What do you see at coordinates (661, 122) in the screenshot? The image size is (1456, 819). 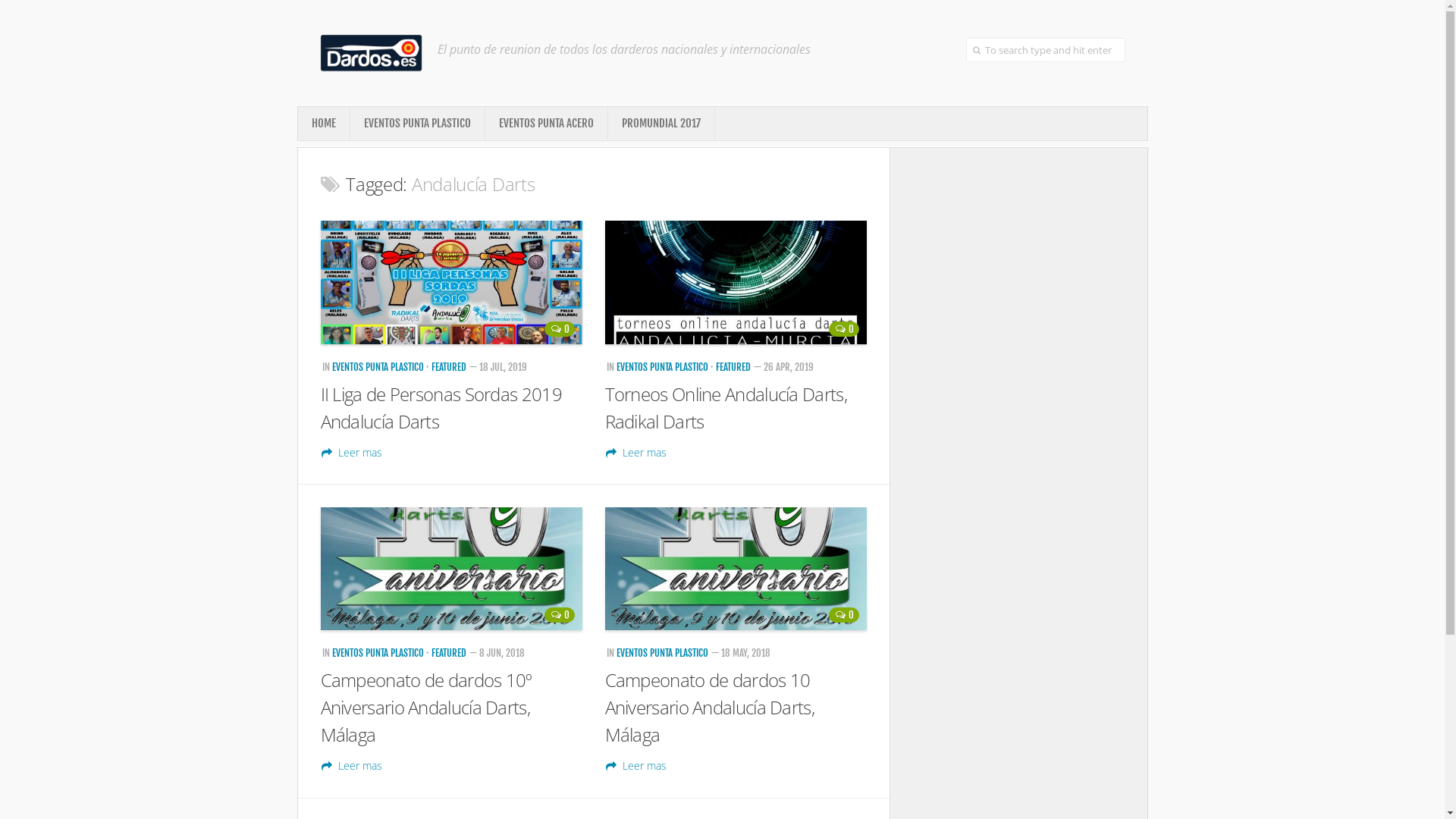 I see `'PROMUNDIAL 2017'` at bounding box center [661, 122].